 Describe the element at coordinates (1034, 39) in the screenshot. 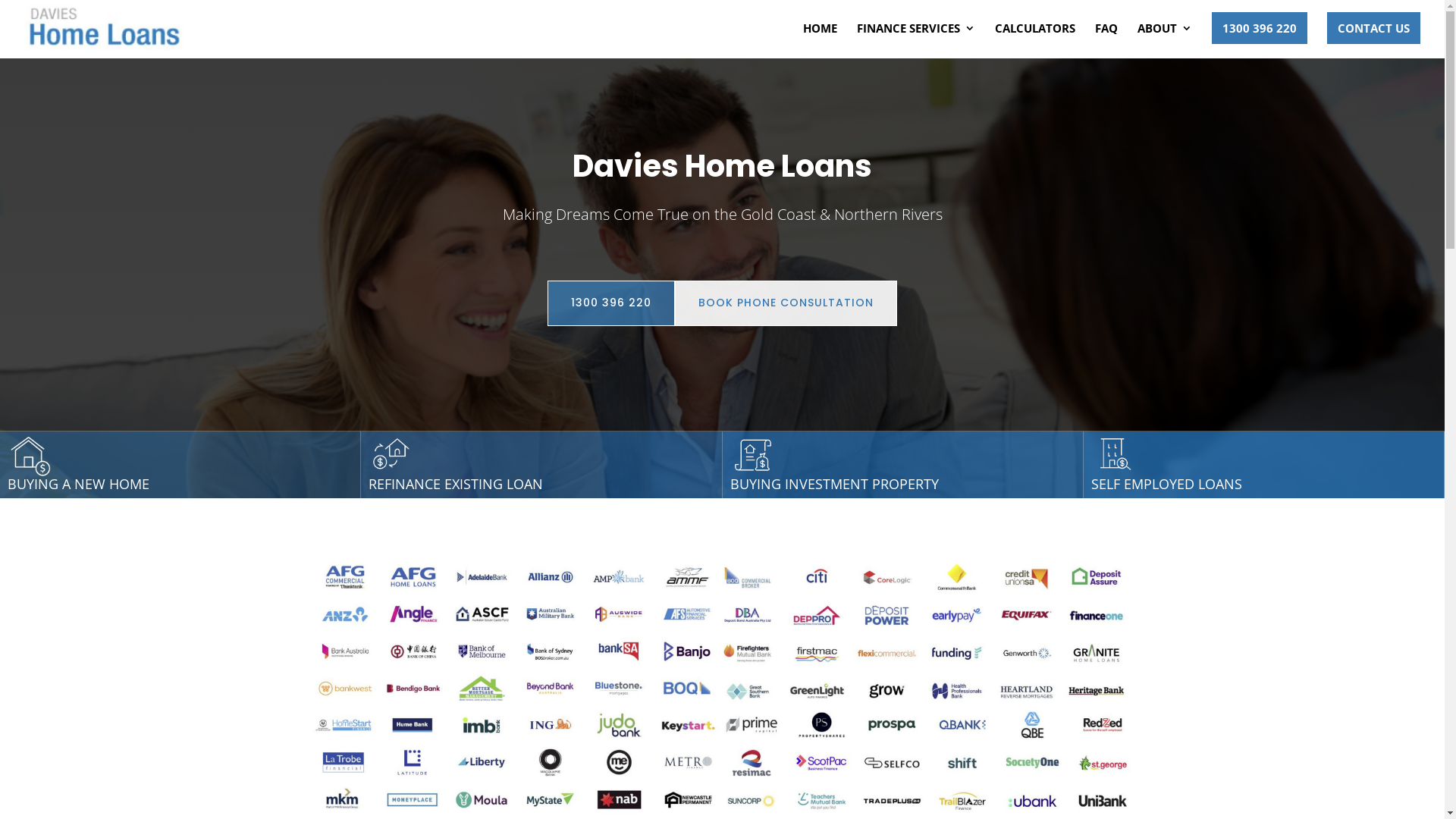

I see `'CALCULATORS'` at that location.